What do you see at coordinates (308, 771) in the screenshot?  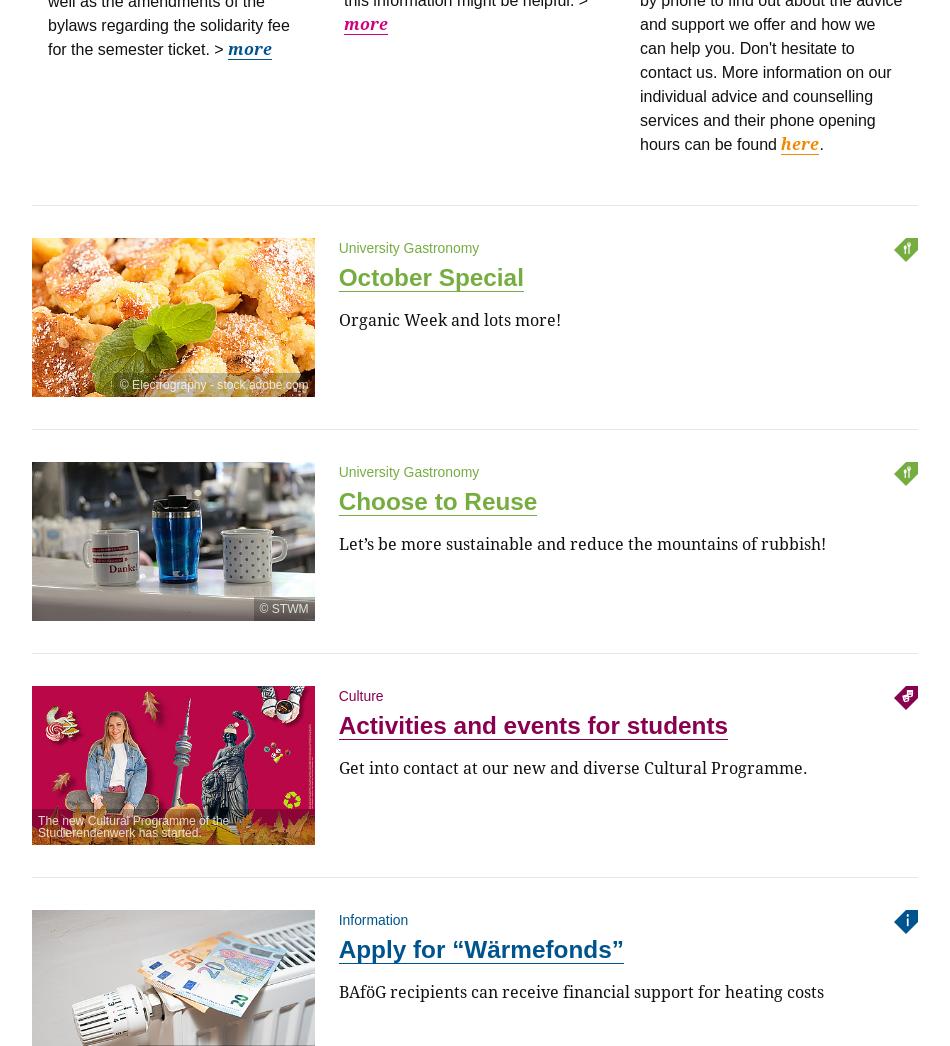 I see `'80802 München'` at bounding box center [308, 771].